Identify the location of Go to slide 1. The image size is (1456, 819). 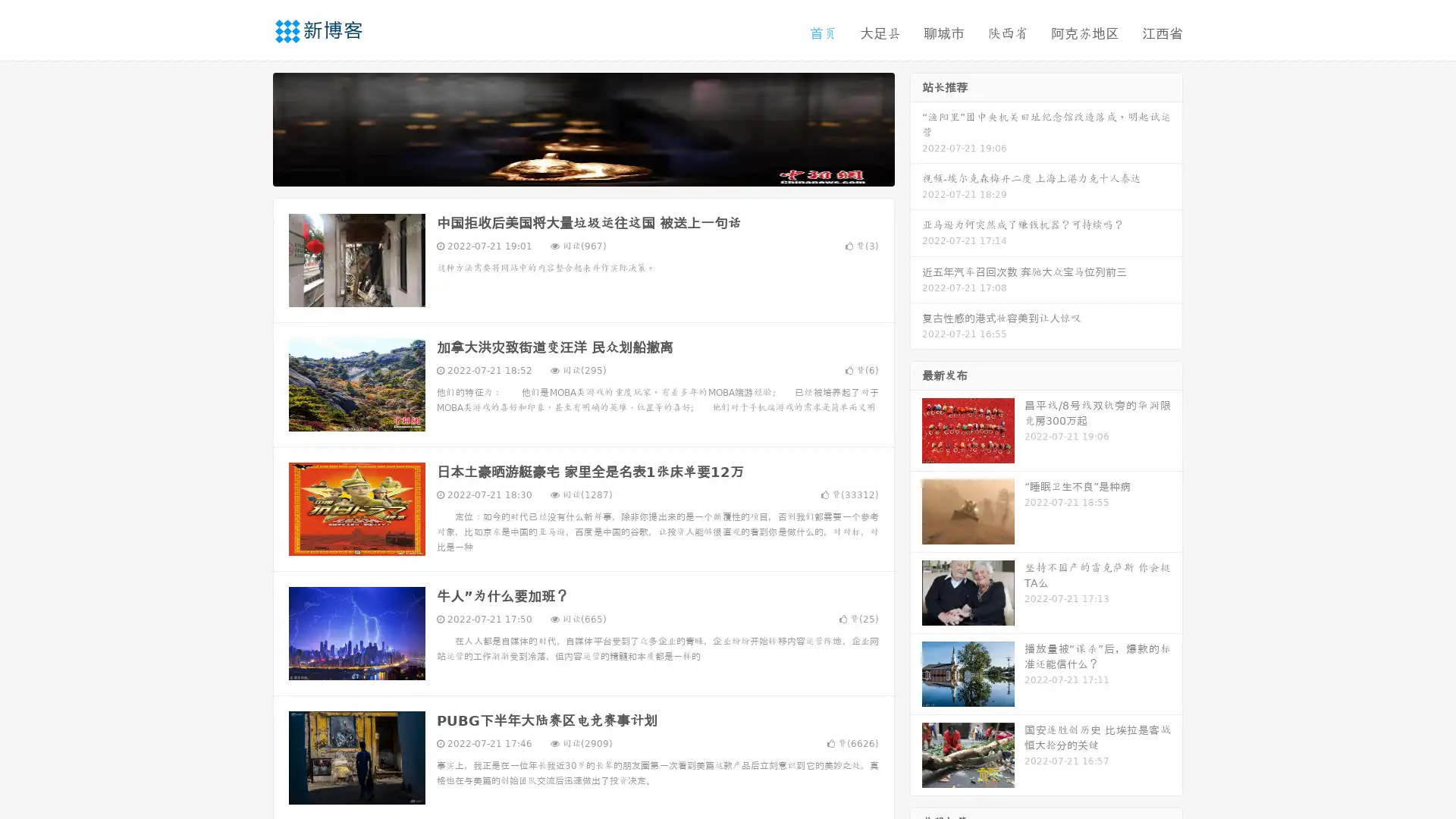
(567, 171).